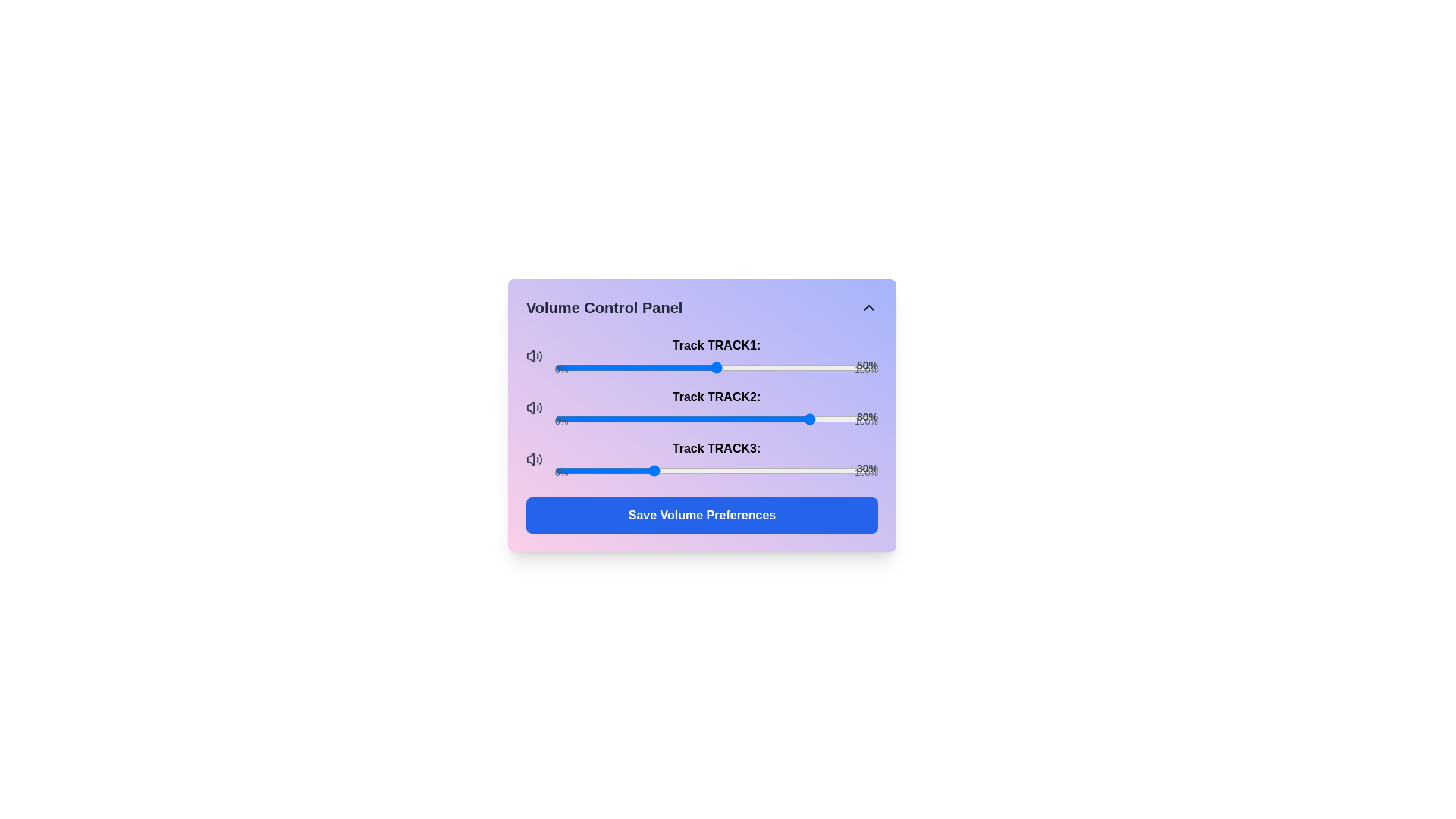 This screenshot has height=819, width=1456. Describe the element at coordinates (607, 368) in the screenshot. I see `the volume` at that location.